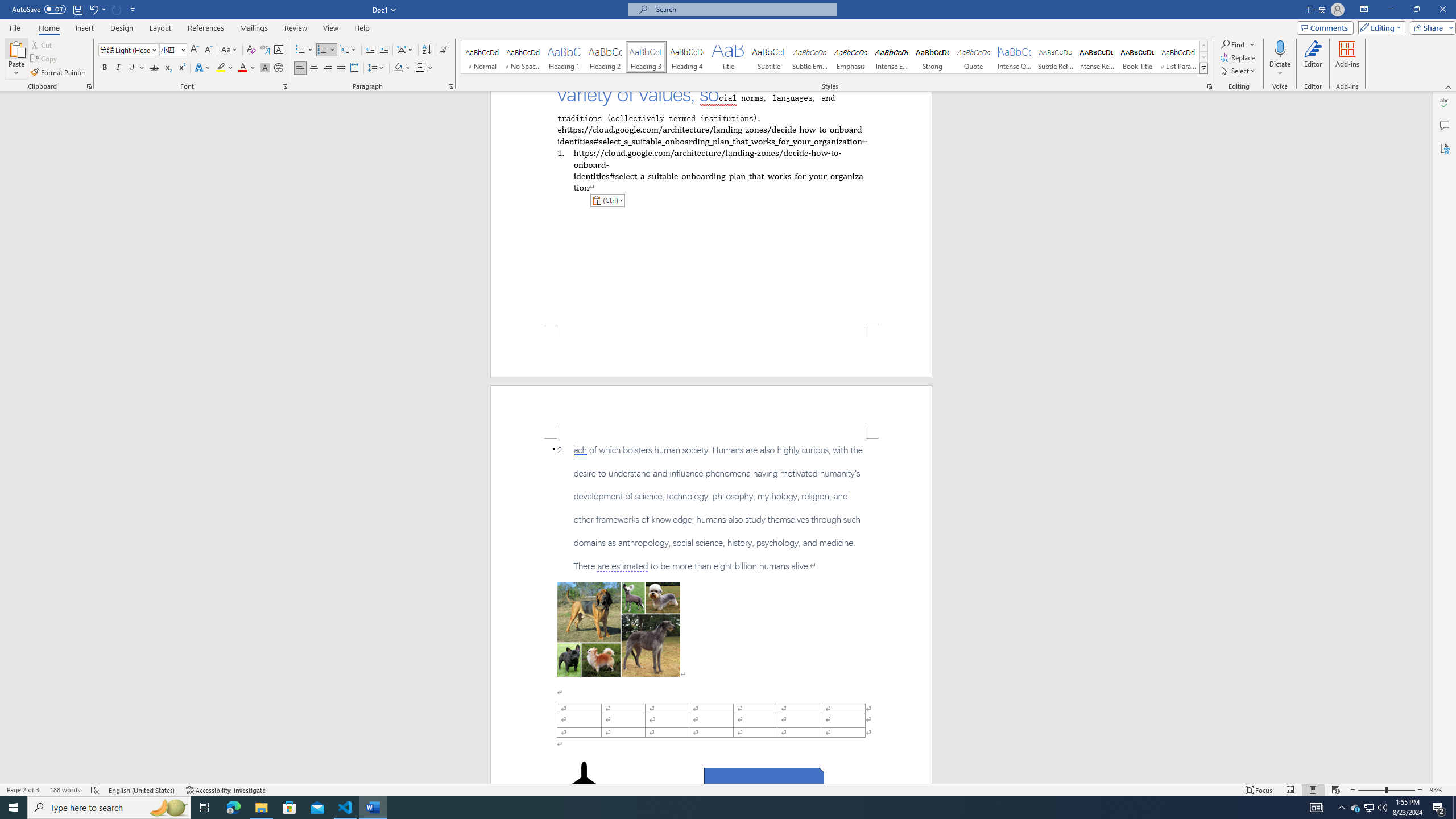 The height and width of the screenshot is (819, 1456). Describe the element at coordinates (118, 67) in the screenshot. I see `'Italic'` at that location.